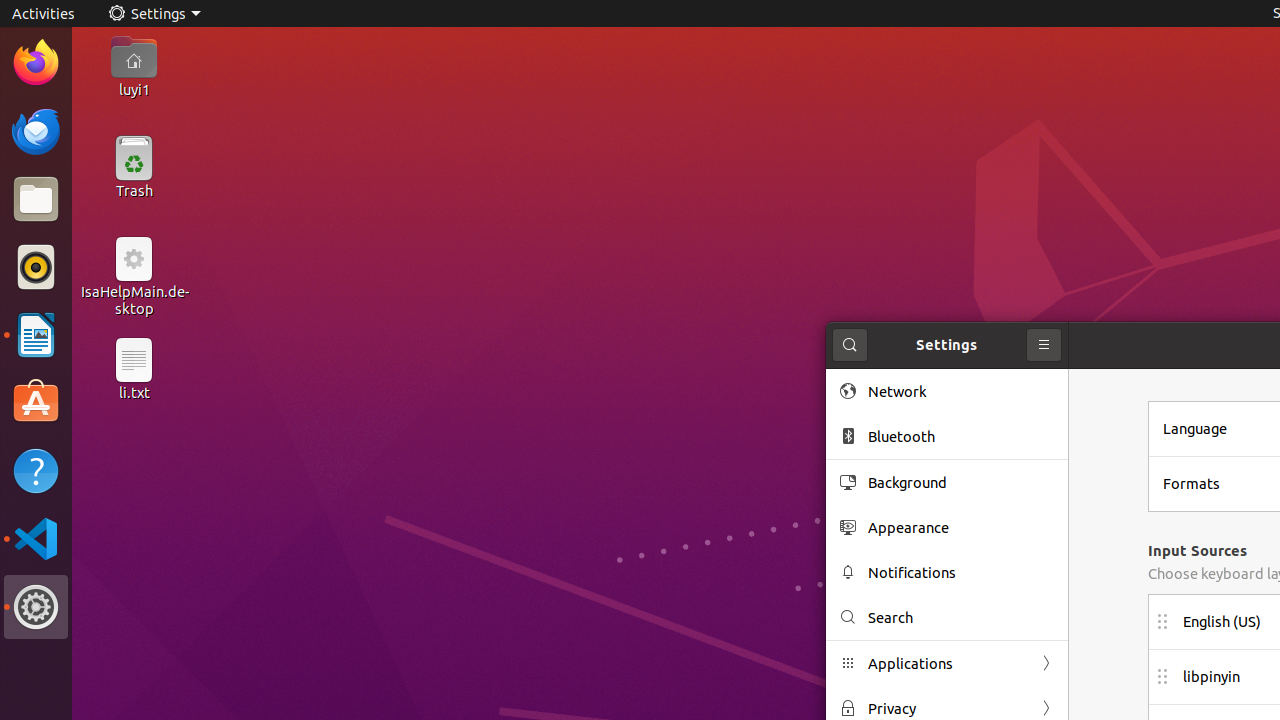  I want to click on 'Search', so click(961, 616).